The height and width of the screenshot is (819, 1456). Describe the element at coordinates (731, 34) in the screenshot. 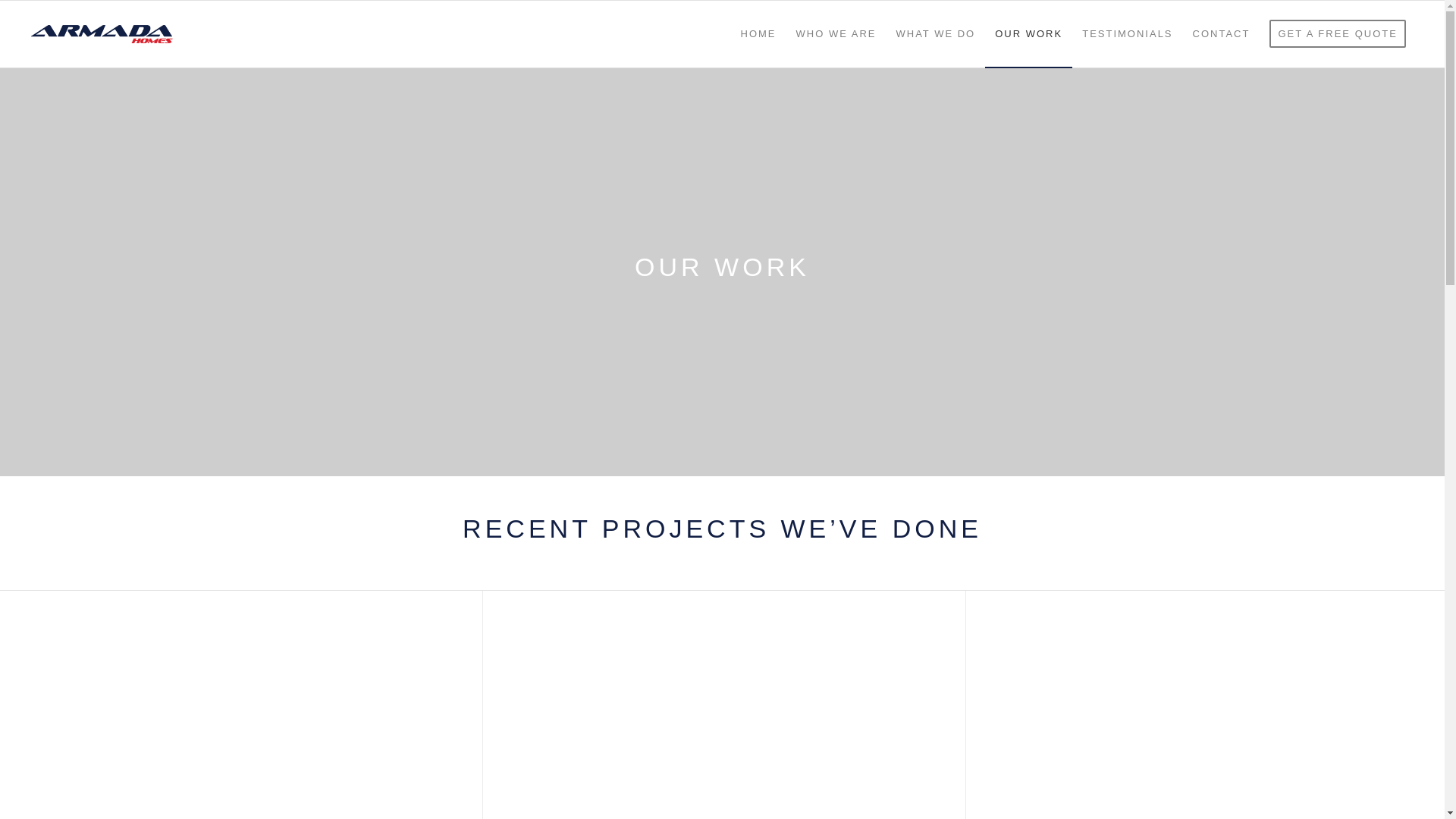

I see `'HOME'` at that location.